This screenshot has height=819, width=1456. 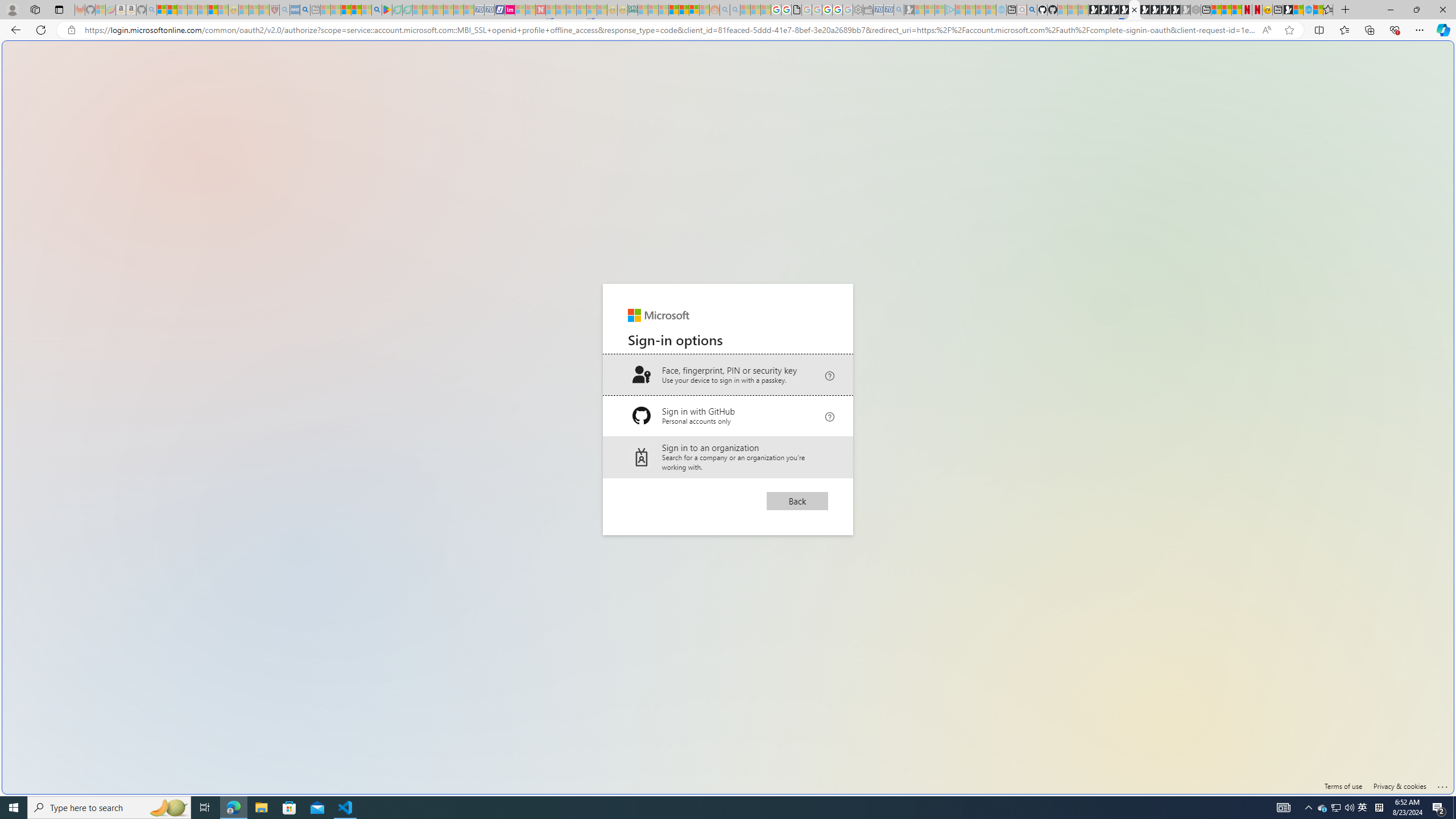 I want to click on 'Learn more about signing in with GitHub', so click(x=830, y=415).